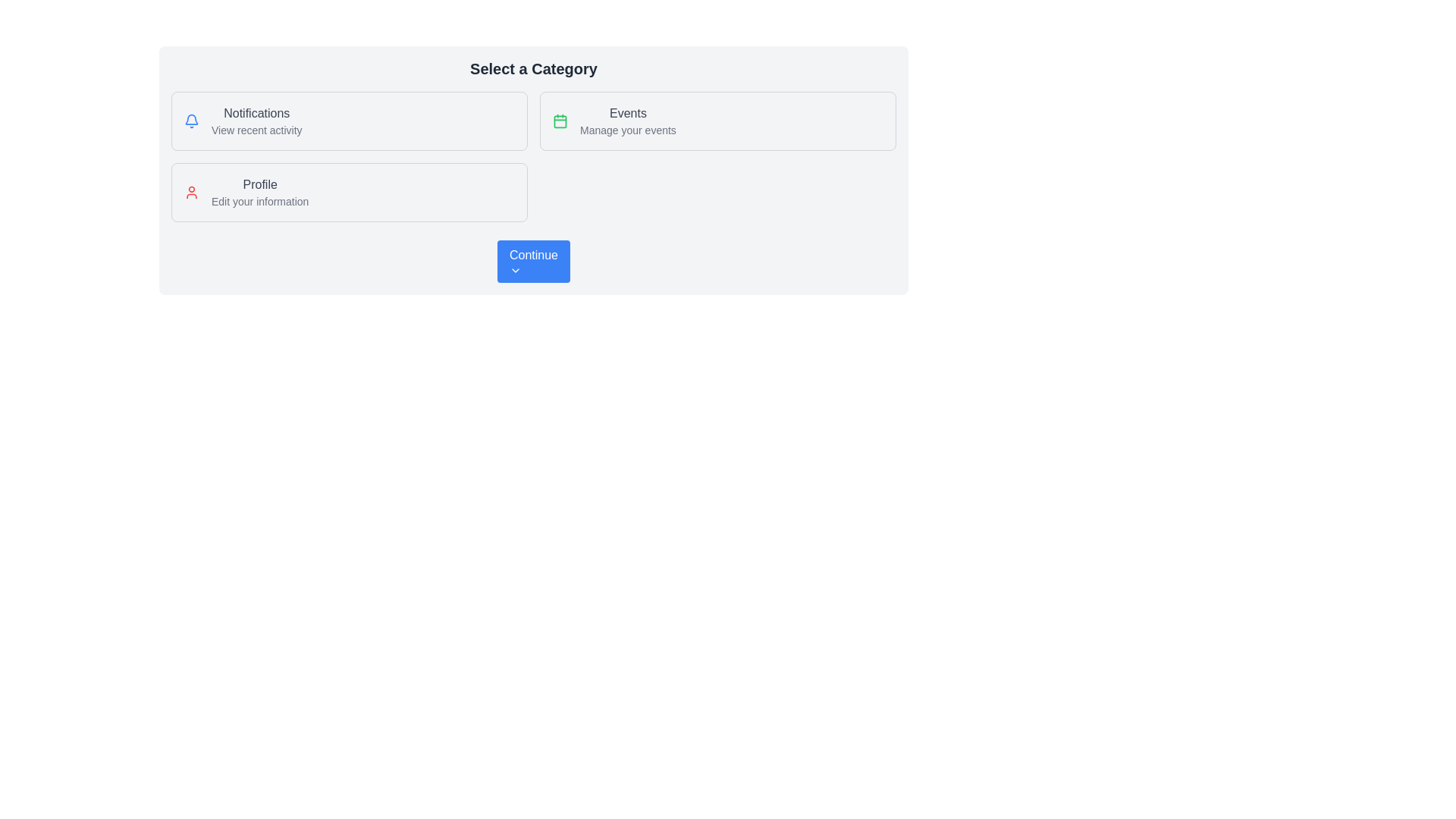 Image resolution: width=1456 pixels, height=819 pixels. I want to click on the red-colored user icon located to the left of the text 'Profile' within the 'Profile' card at the bottom-left side of the interface, so click(191, 192).